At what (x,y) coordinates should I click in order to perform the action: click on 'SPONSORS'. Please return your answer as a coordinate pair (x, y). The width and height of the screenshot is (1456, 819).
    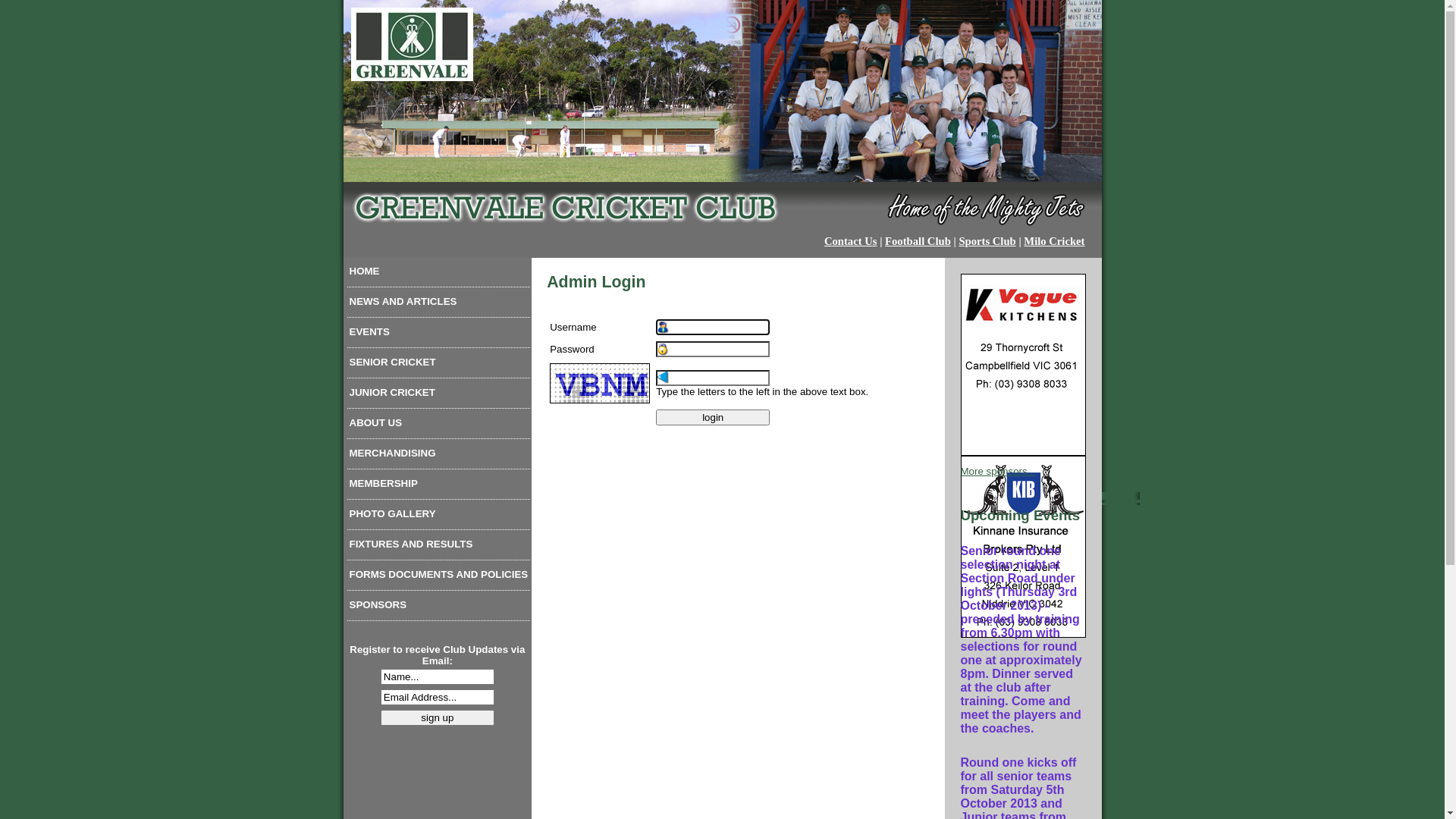
    Looking at the image, I should click on (438, 607).